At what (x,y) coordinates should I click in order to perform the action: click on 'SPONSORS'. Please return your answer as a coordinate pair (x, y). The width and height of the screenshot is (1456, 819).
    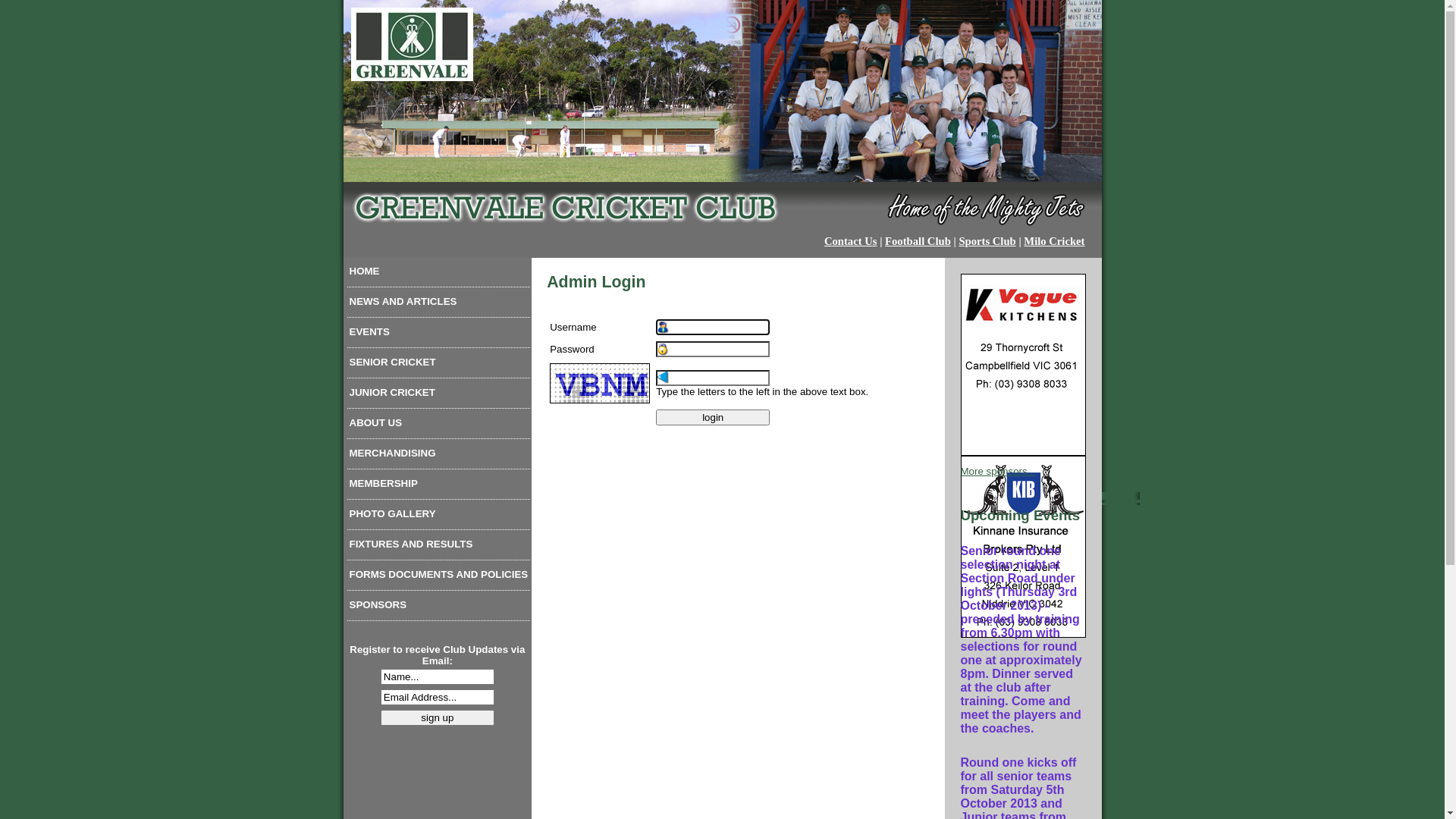
    Looking at the image, I should click on (438, 607).